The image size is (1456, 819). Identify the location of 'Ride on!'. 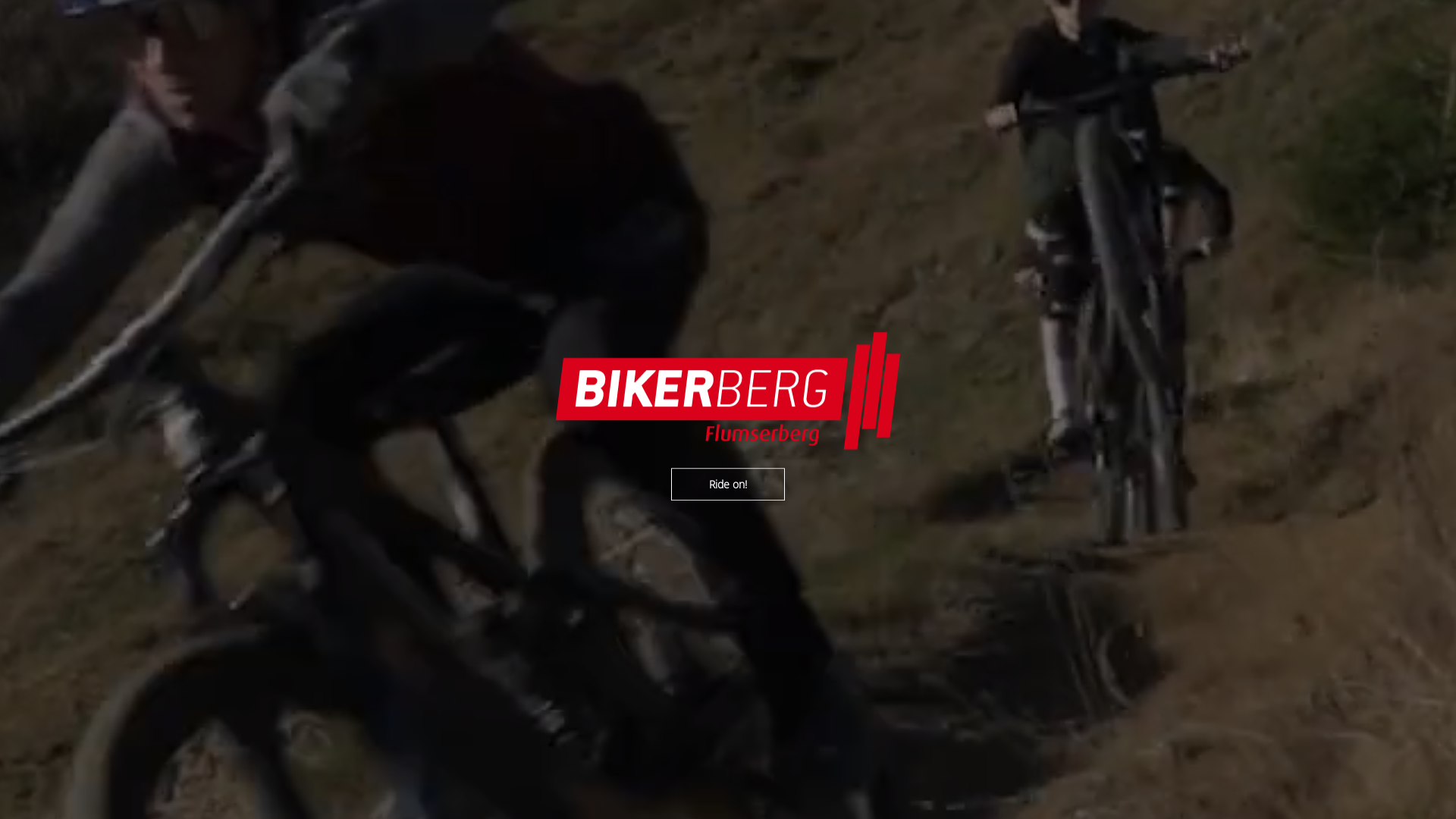
(670, 484).